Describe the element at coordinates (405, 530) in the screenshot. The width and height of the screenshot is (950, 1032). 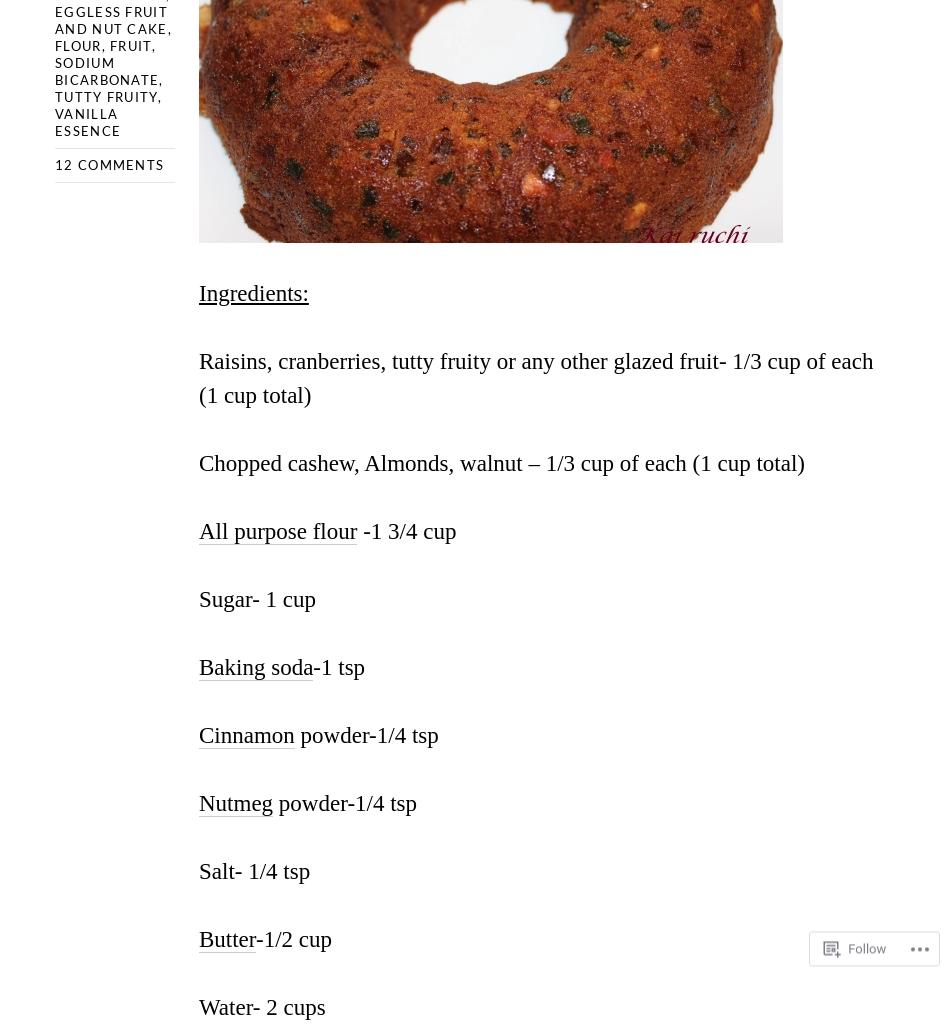
I see `'-1 3/4 cup'` at that location.